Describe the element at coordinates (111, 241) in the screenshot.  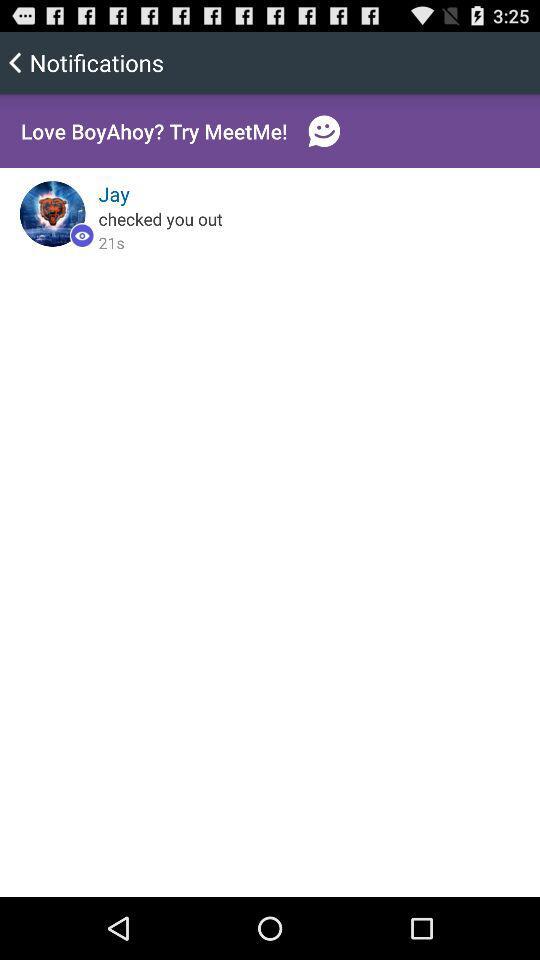
I see `the item below the checked you out item` at that location.